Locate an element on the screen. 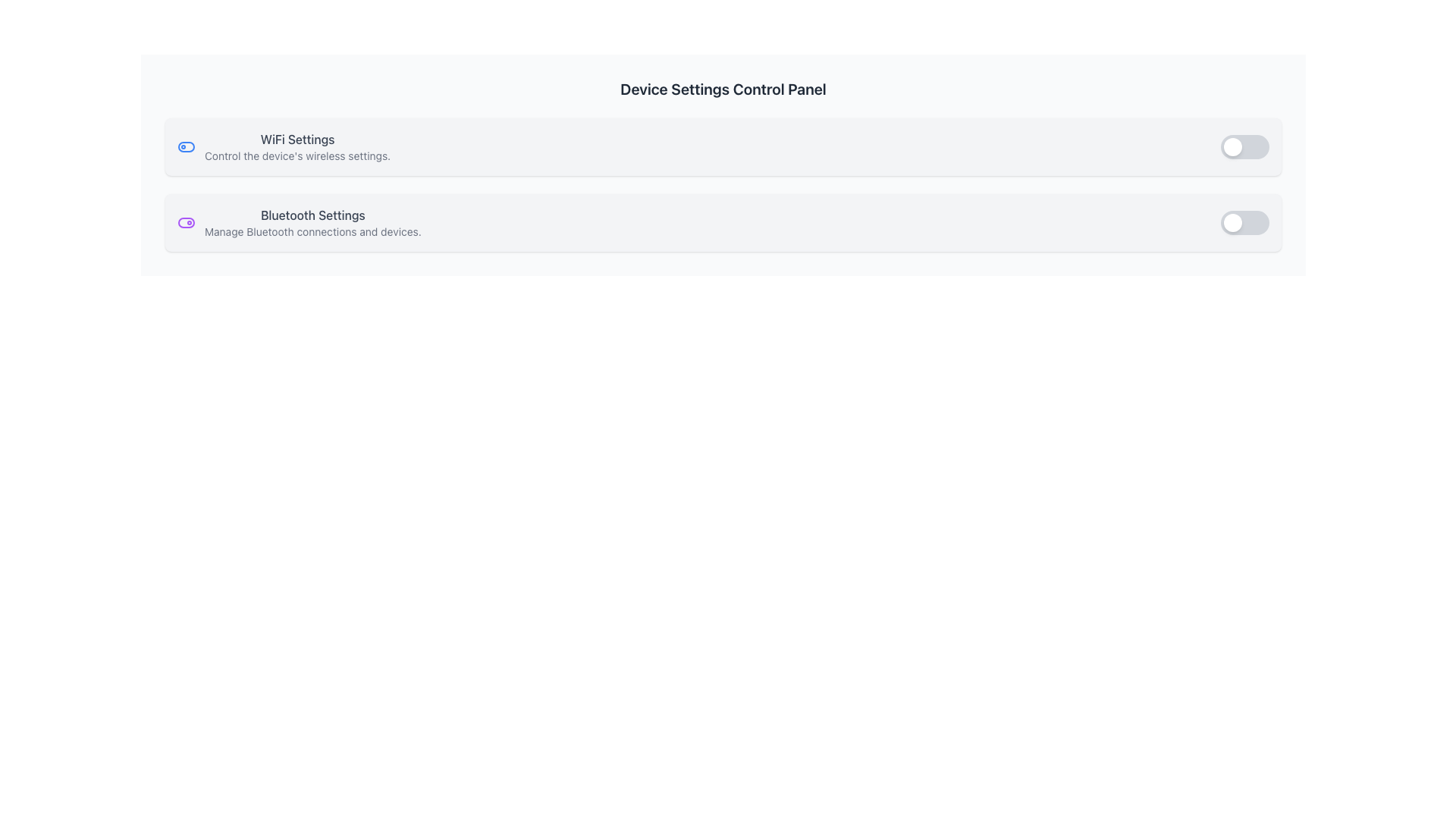  the Informational card titled 'Bluetooth Settings' in the settings menu, which includes a purple Bluetooth icon and a subtitle describing device management is located at coordinates (299, 222).